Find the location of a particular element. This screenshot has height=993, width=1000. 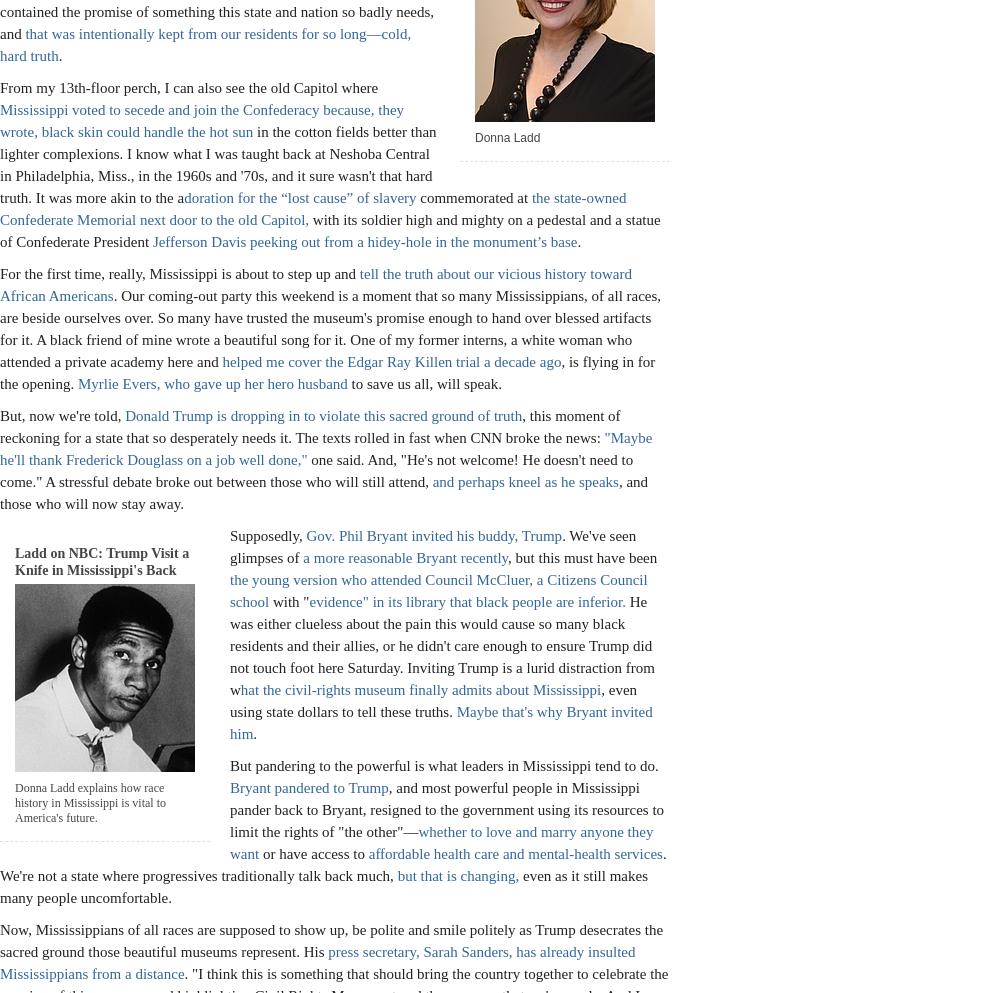

'Donna Ladd' is located at coordinates (507, 137).